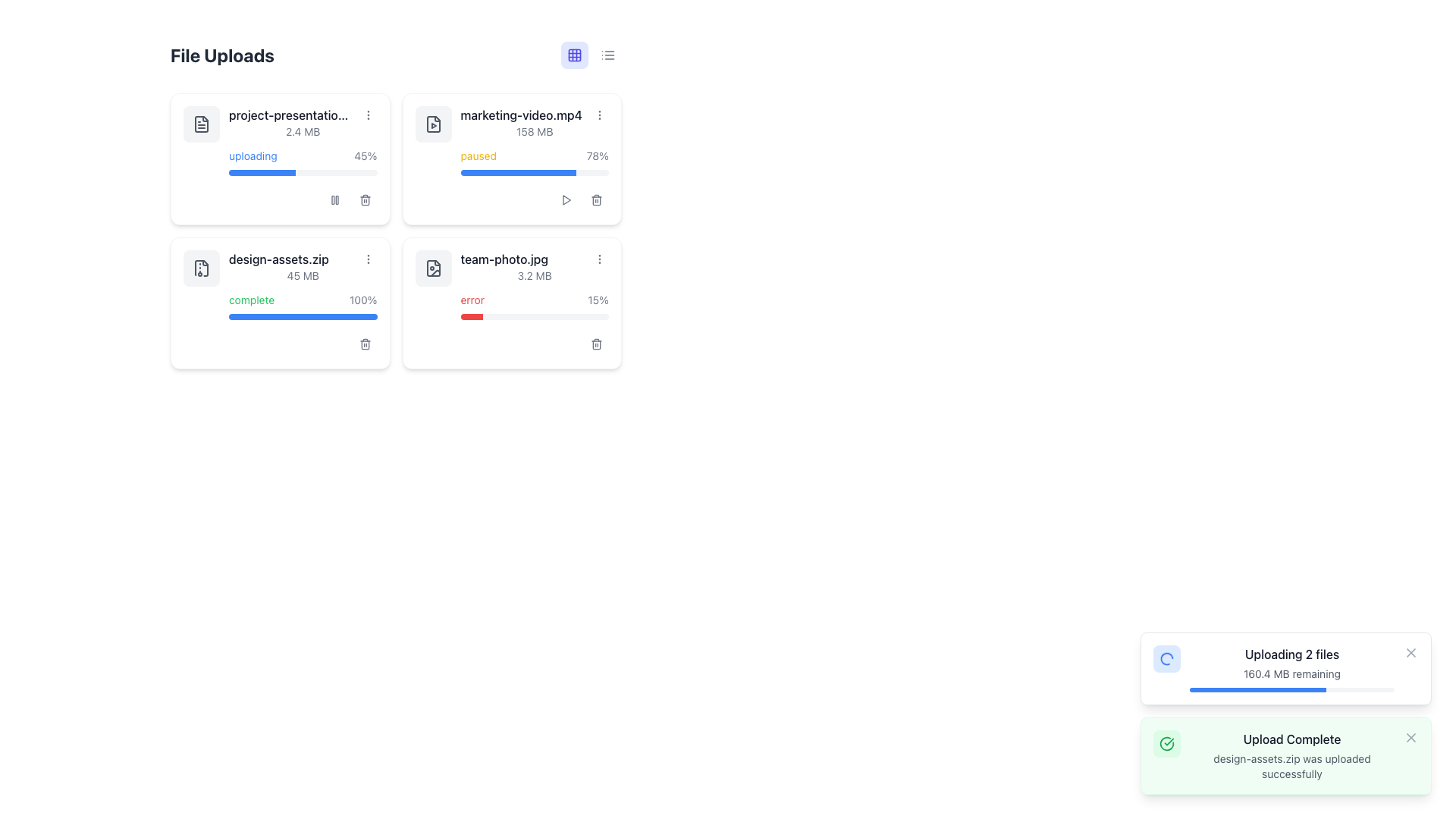 The width and height of the screenshot is (1456, 819). I want to click on the horizontal list icon button with three stacked lines located in the top-right section of the interface, so click(607, 55).